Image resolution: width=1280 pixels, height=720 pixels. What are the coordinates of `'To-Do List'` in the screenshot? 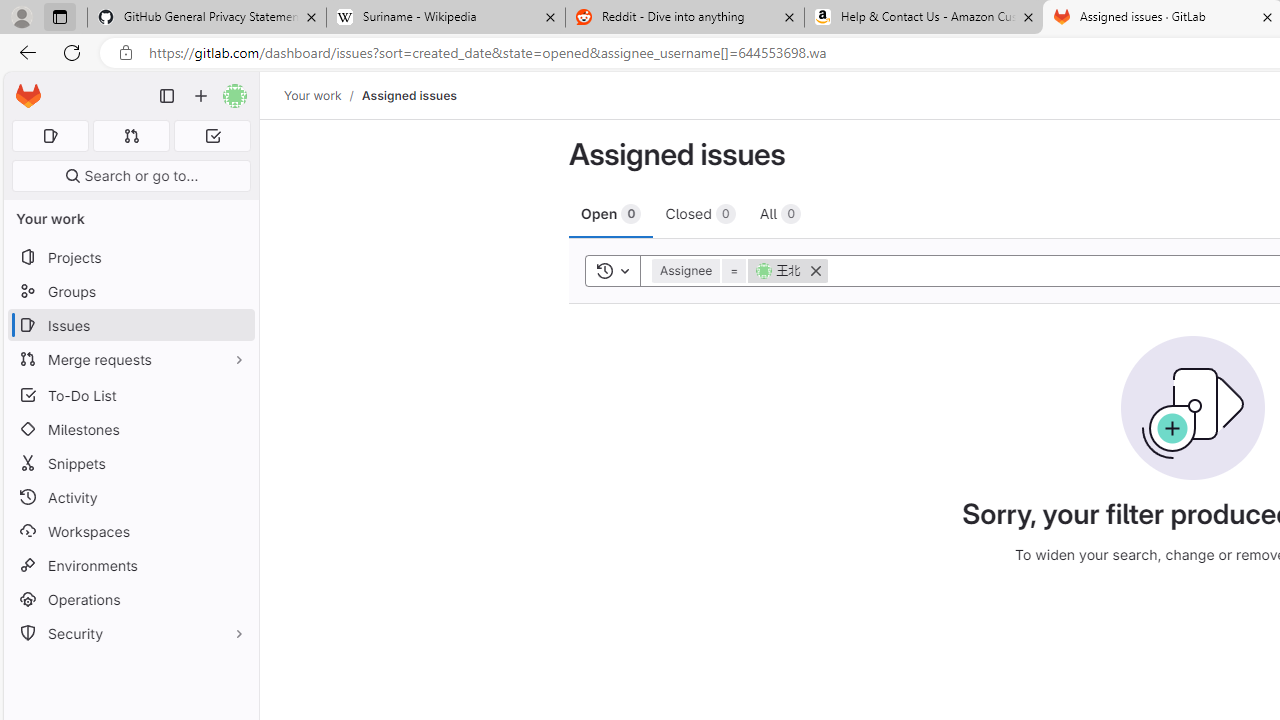 It's located at (130, 395).